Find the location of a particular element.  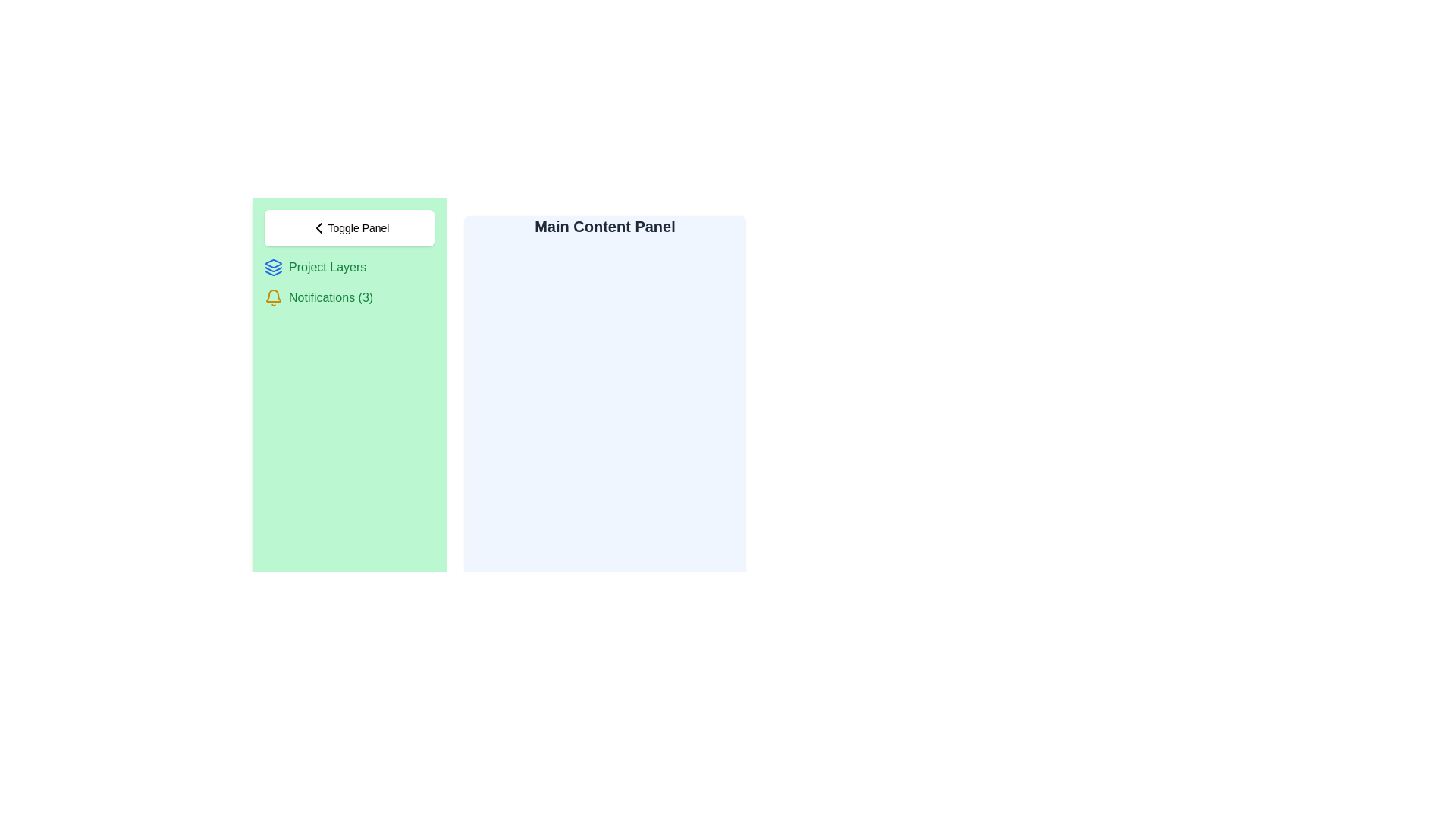

the 'Notifications (3)' text label with green text is located at coordinates (330, 298).